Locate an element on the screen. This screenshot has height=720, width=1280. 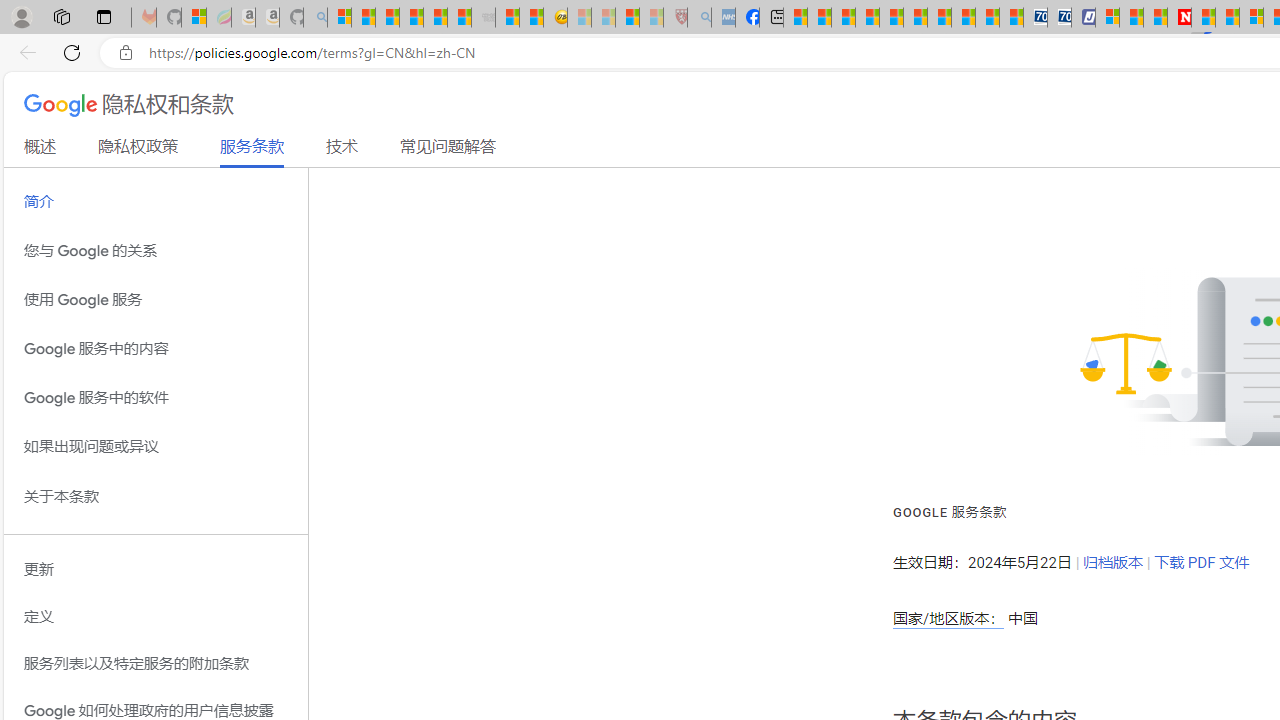
'14 Common Myths Debunked By Scientific Facts' is located at coordinates (1226, 17).